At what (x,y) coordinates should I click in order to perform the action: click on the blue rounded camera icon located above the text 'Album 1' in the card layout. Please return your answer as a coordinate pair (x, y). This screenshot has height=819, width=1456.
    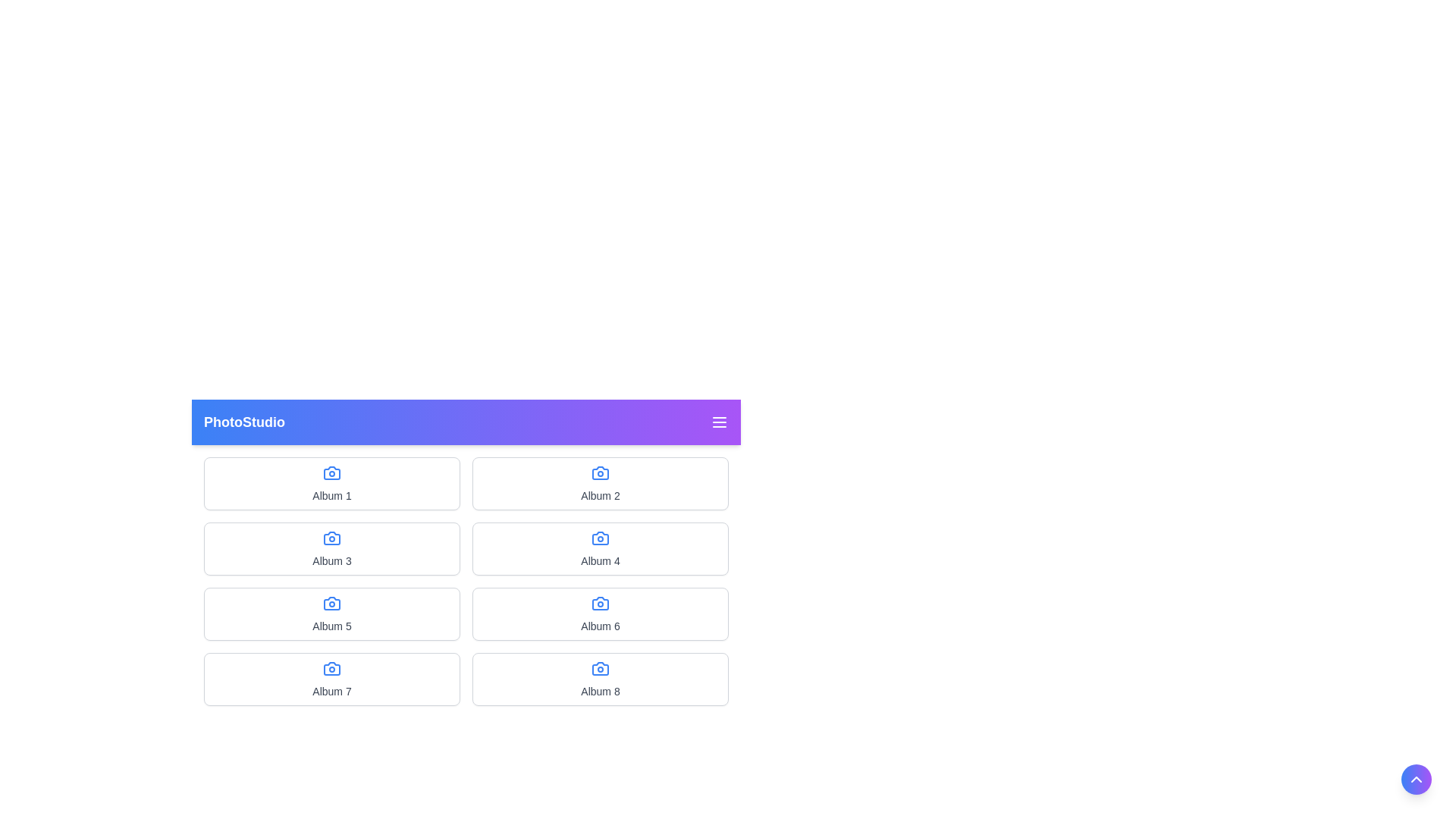
    Looking at the image, I should click on (331, 472).